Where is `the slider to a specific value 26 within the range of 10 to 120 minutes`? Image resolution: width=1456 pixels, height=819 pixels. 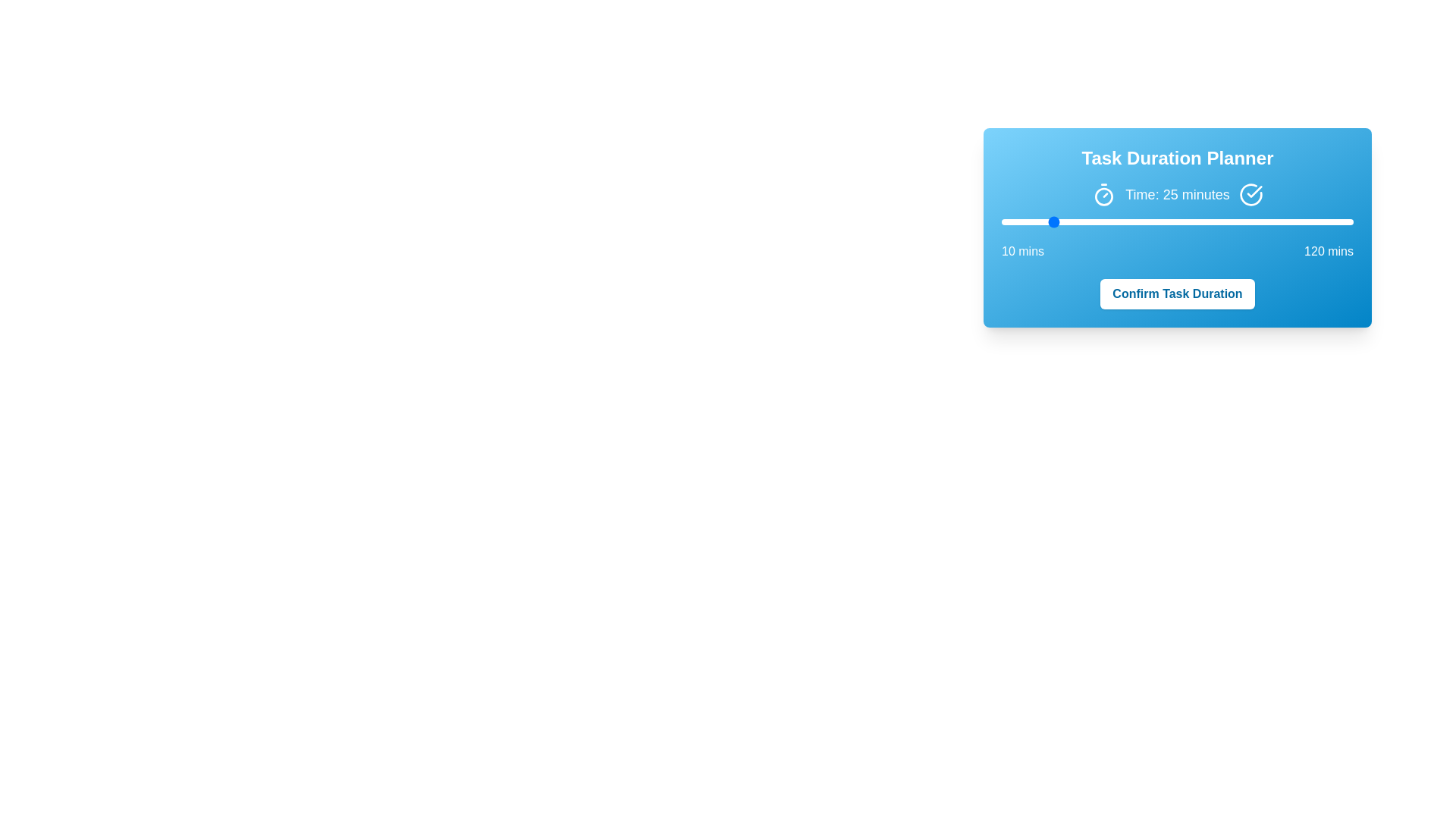
the slider to a specific value 26 within the range of 10 to 120 minutes is located at coordinates (1052, 222).